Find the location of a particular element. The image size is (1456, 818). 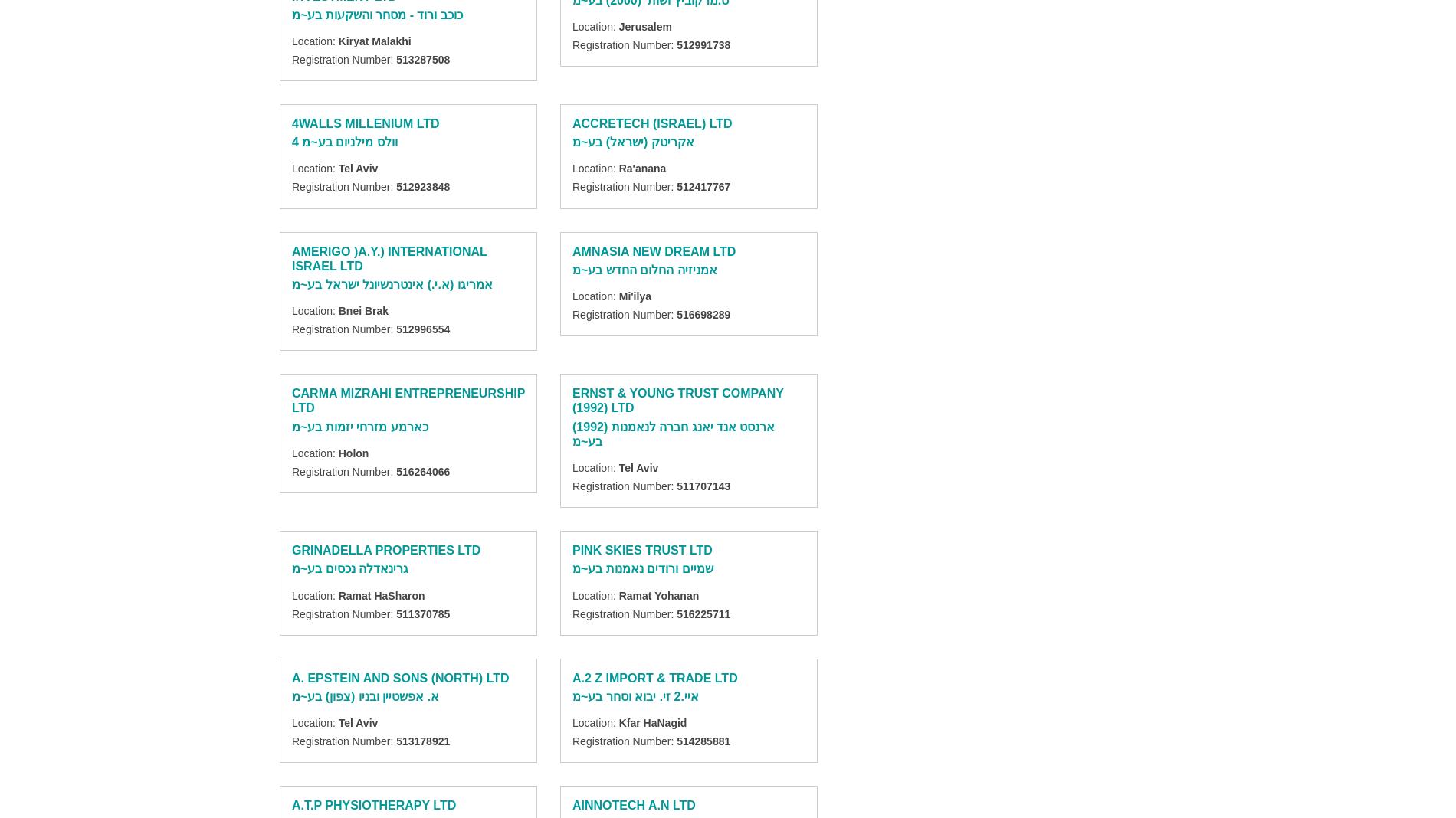

'א. אפשטיין ובניו (צפון) בע~מ' is located at coordinates (366, 695).